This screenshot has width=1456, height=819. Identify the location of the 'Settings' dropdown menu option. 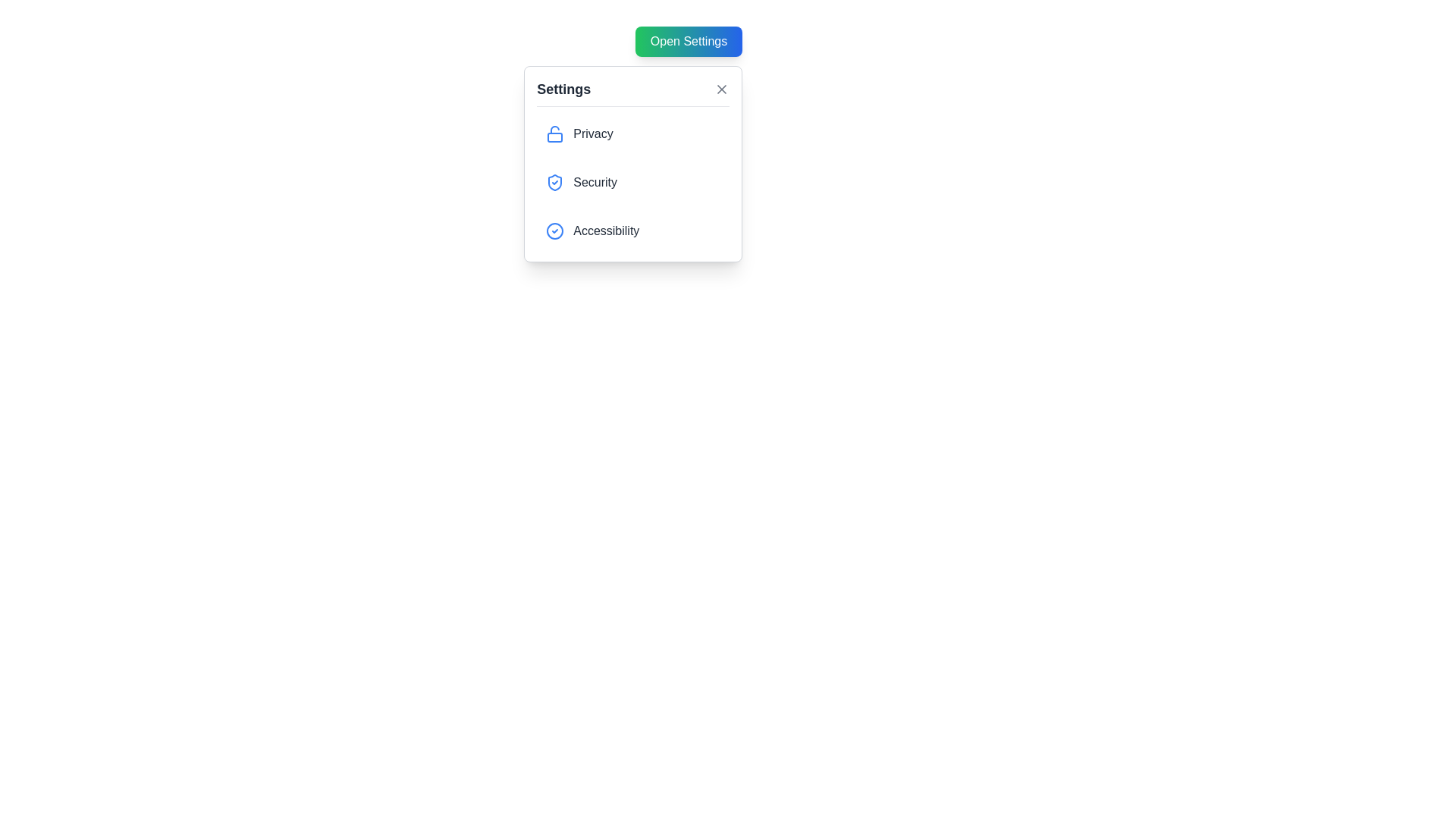
(633, 164).